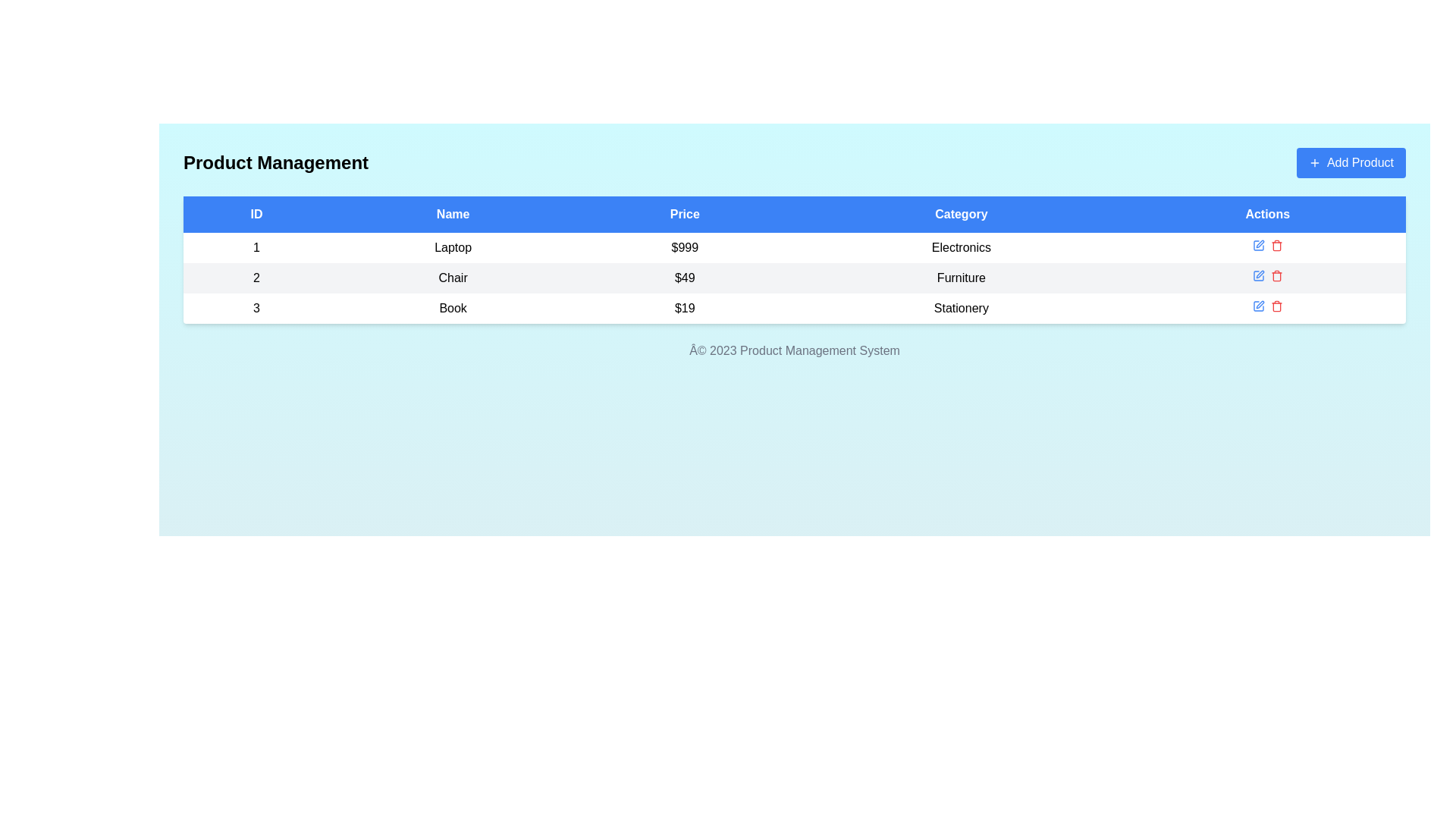  Describe the element at coordinates (276, 163) in the screenshot. I see `the Text Label that serves as a header for product management, located at the upper-left corner of the interface, just below the top edge` at that location.